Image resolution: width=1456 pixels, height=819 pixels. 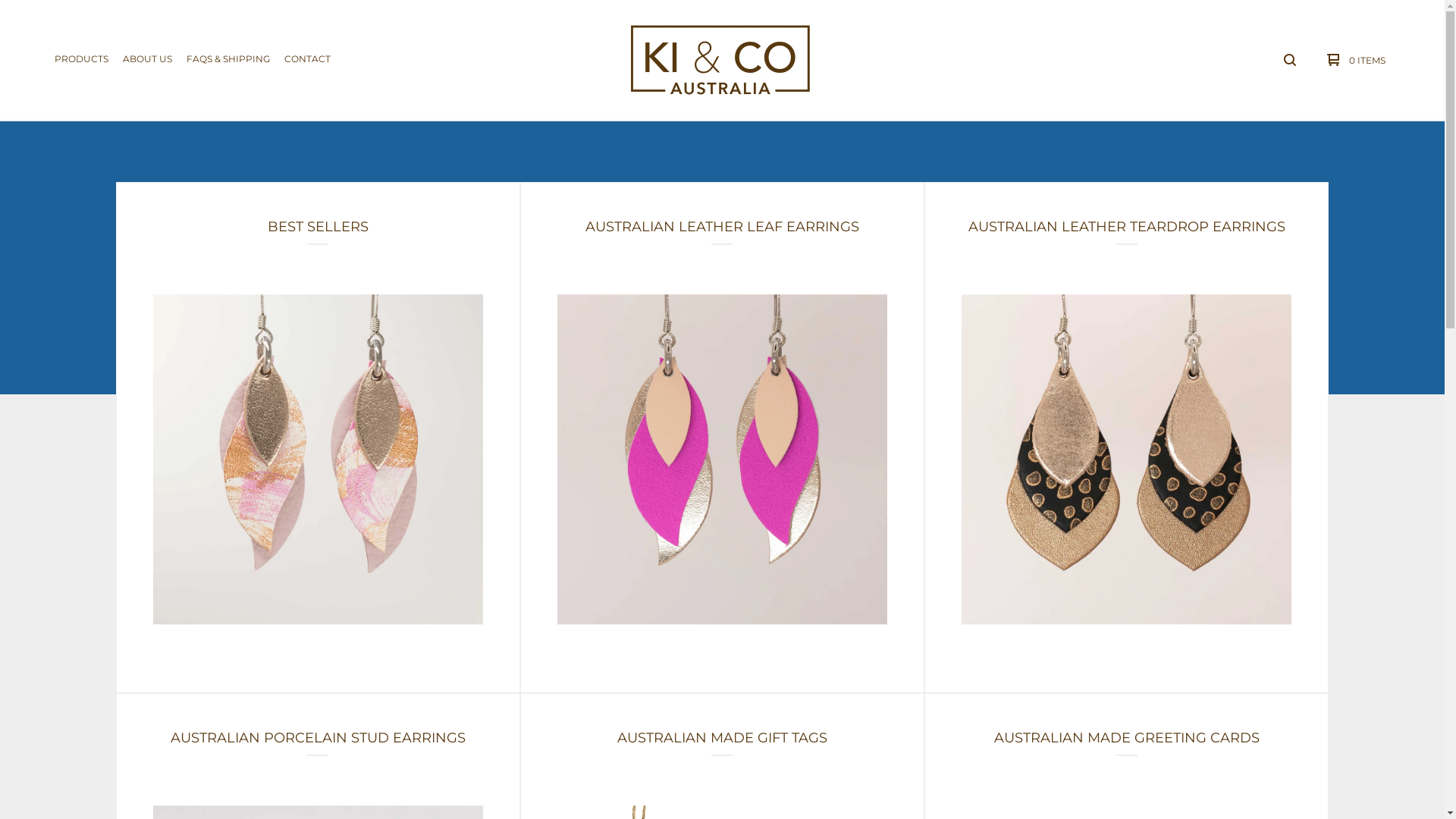 I want to click on 'CONTACT', so click(x=306, y=58).